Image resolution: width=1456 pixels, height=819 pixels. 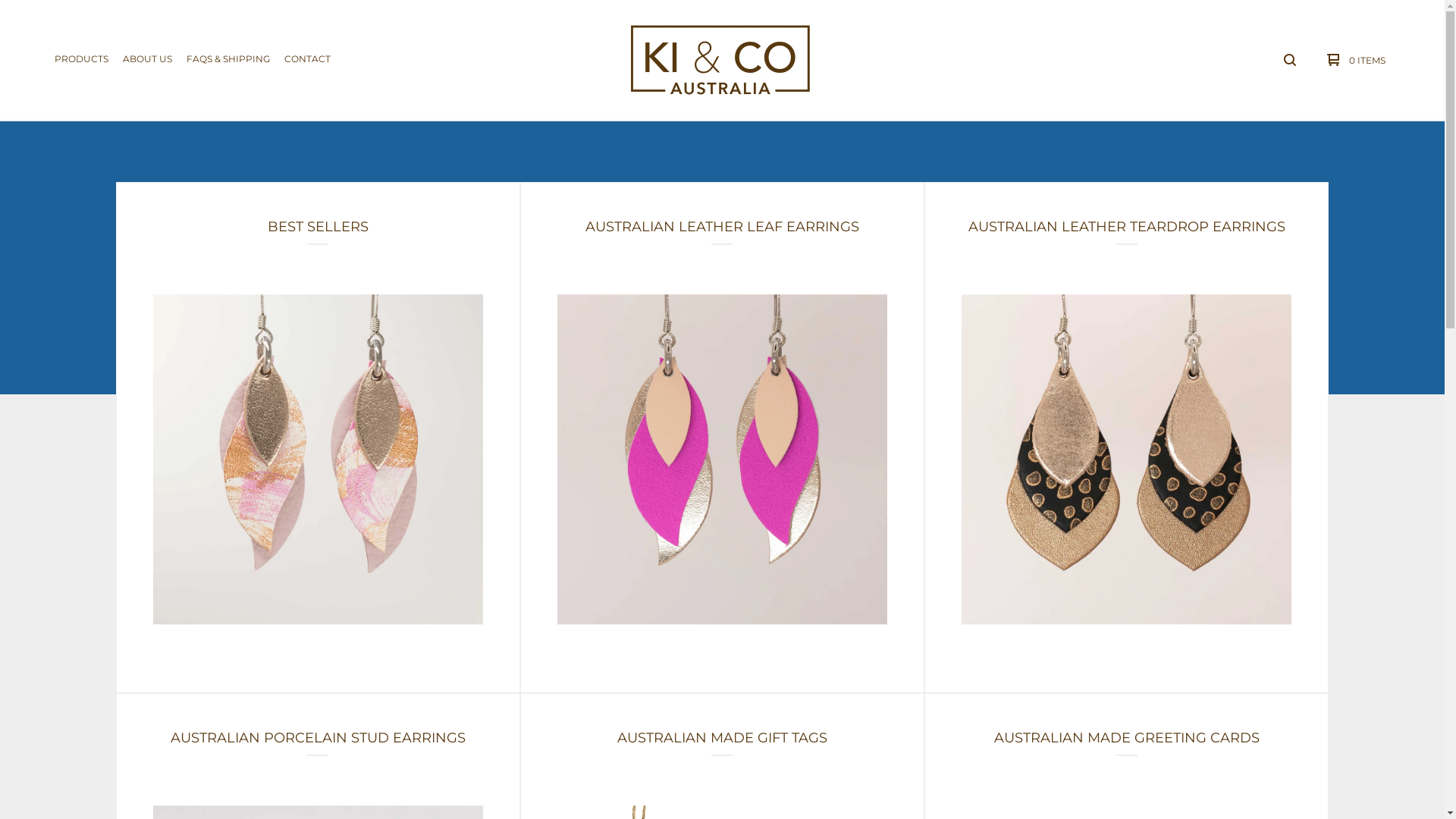 I want to click on 'CONTACT', so click(x=306, y=58).